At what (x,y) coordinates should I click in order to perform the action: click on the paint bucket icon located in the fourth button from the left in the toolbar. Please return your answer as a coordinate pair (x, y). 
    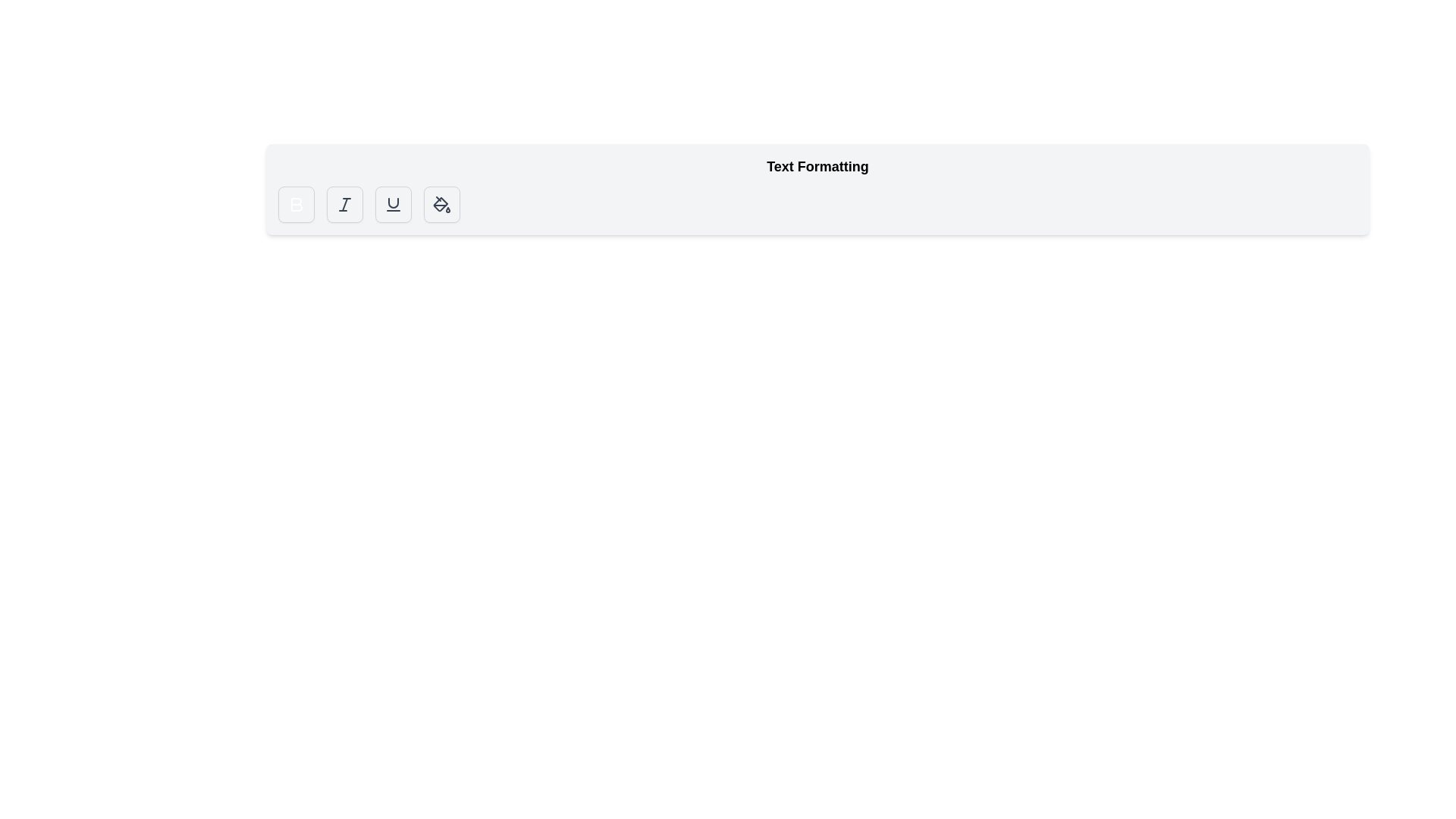
    Looking at the image, I should click on (441, 205).